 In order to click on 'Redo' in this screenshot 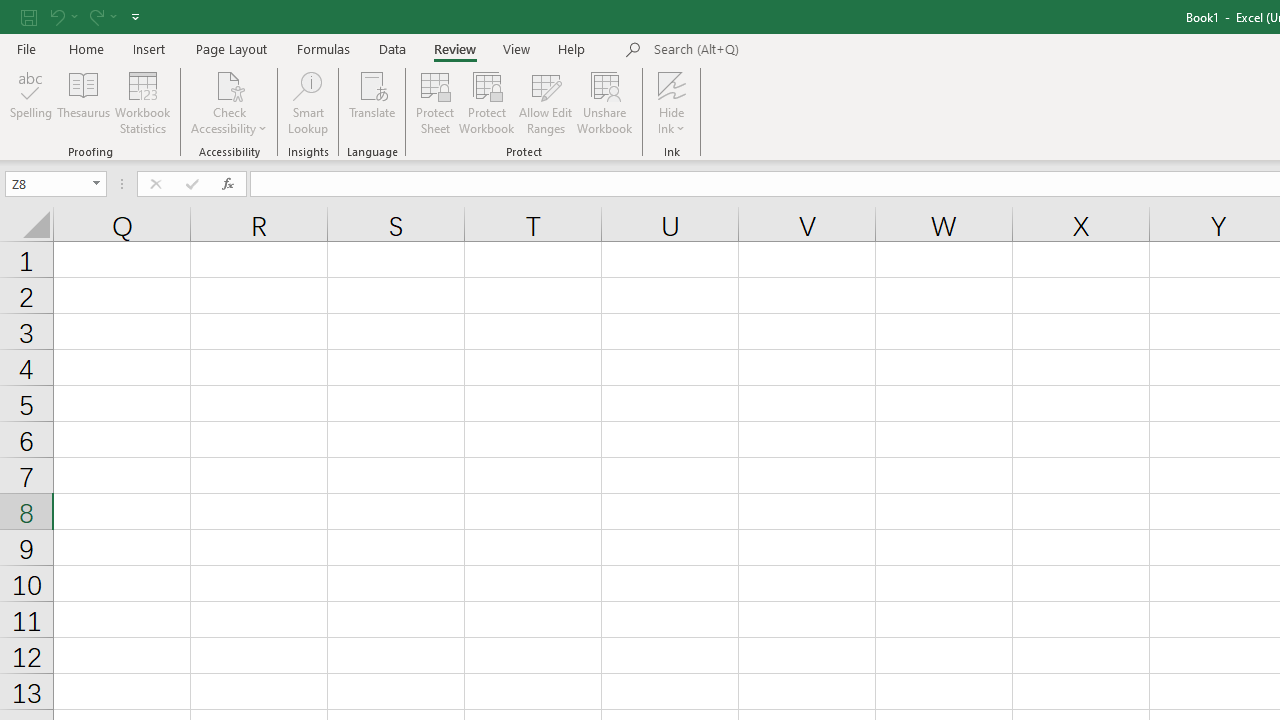, I will do `click(94, 16)`.